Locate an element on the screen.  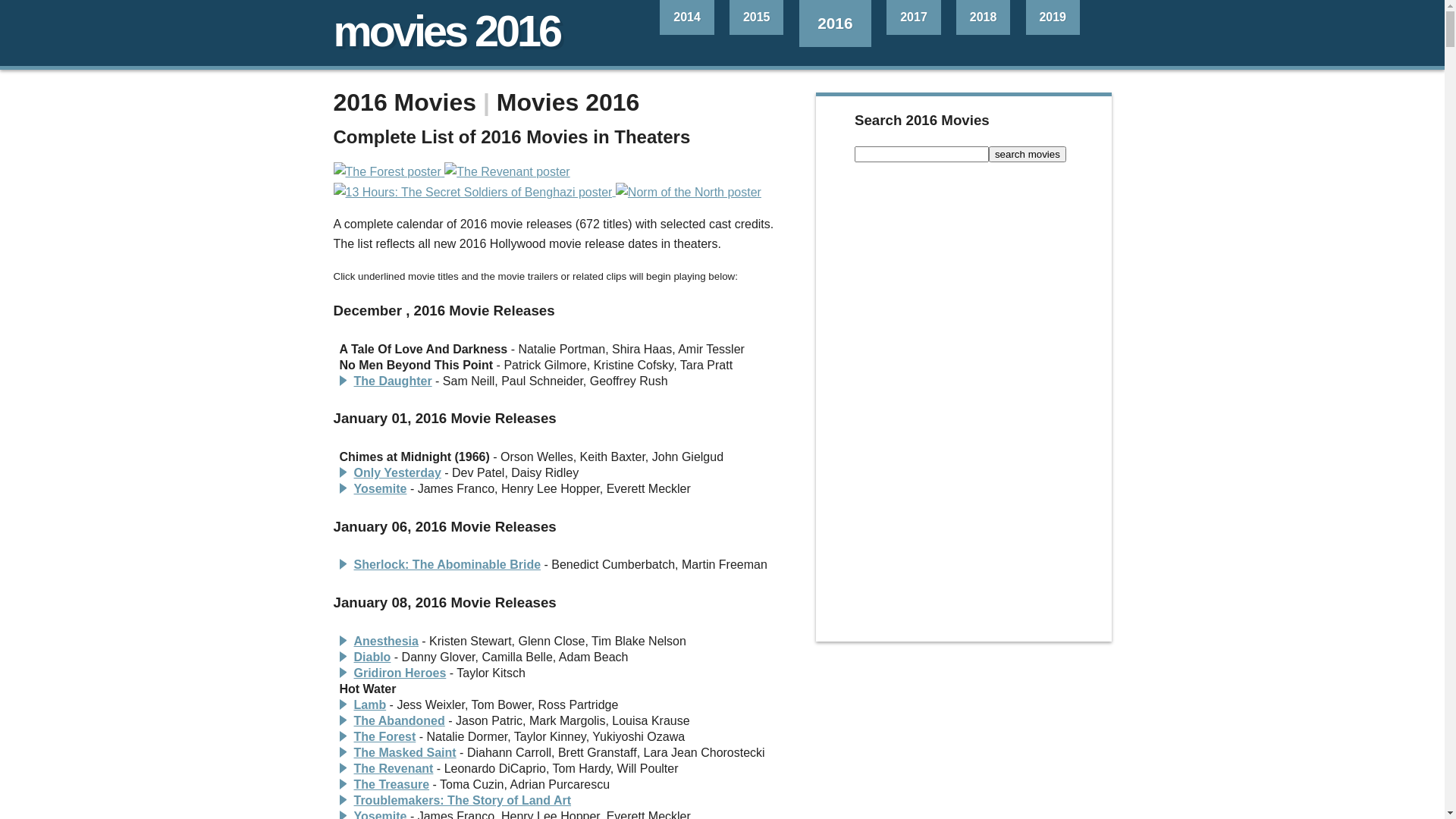
'Lamb' is located at coordinates (369, 704).